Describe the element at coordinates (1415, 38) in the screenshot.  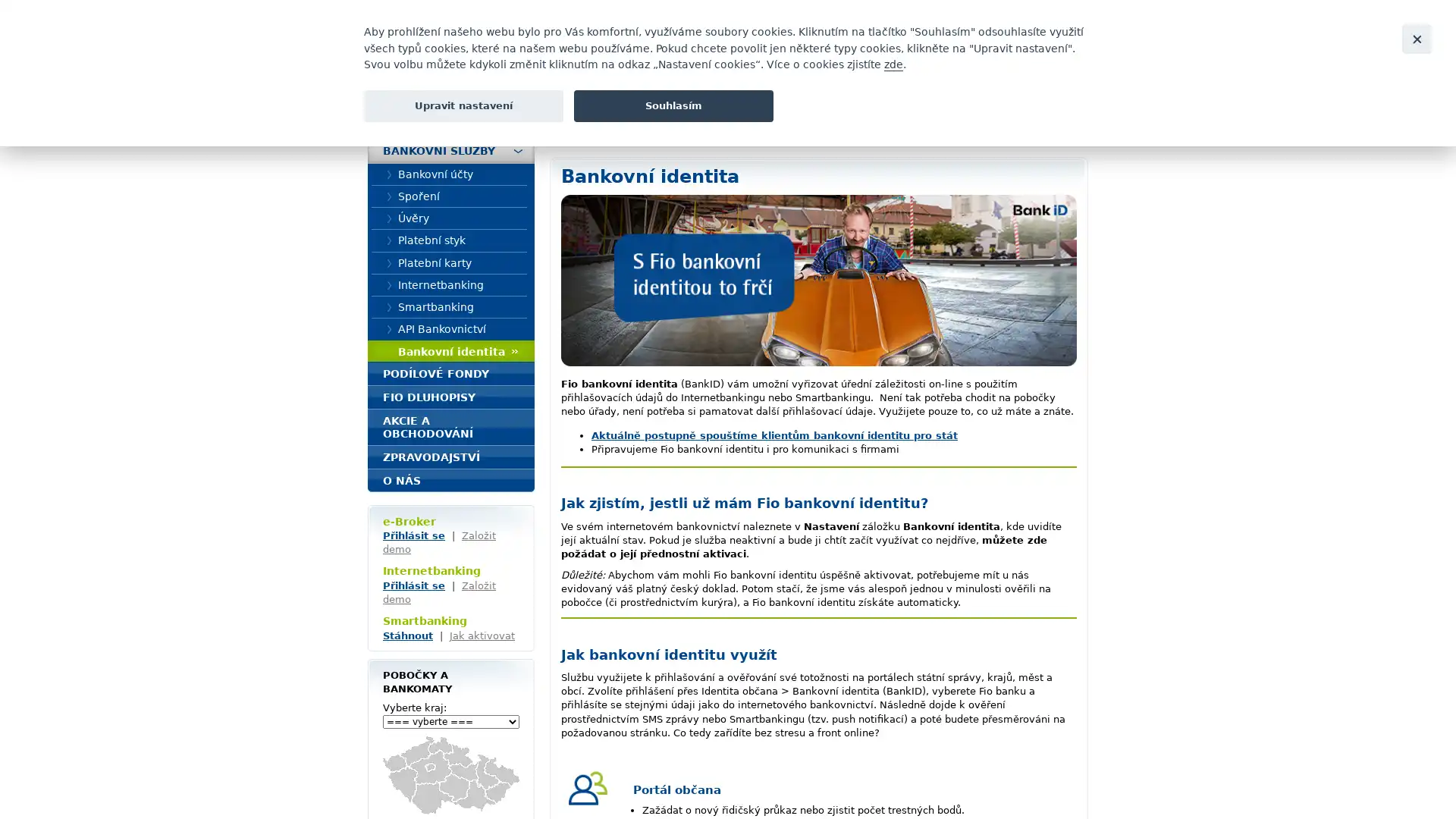
I see `Close` at that location.